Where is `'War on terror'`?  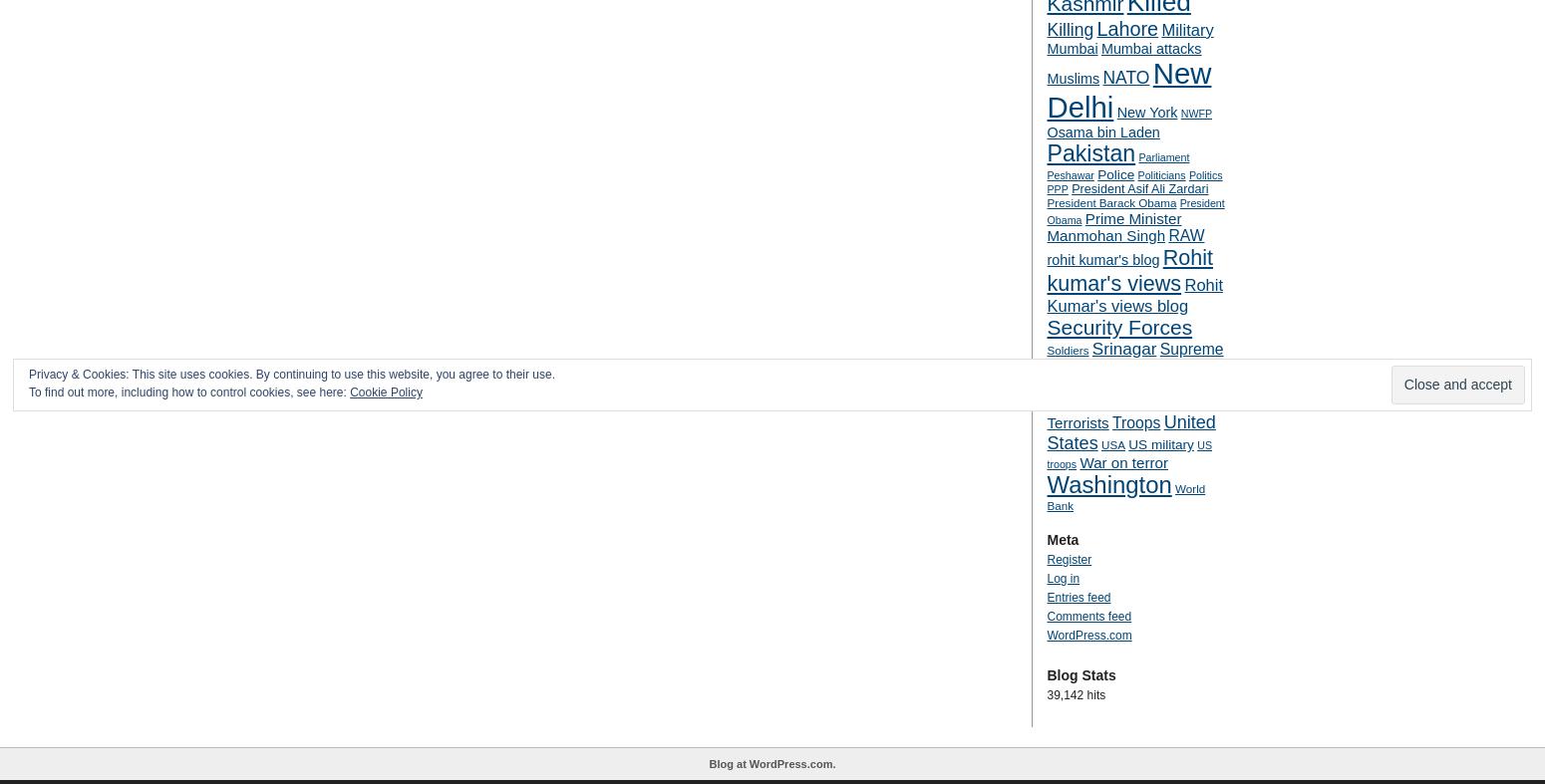
'War on terror' is located at coordinates (1079, 462).